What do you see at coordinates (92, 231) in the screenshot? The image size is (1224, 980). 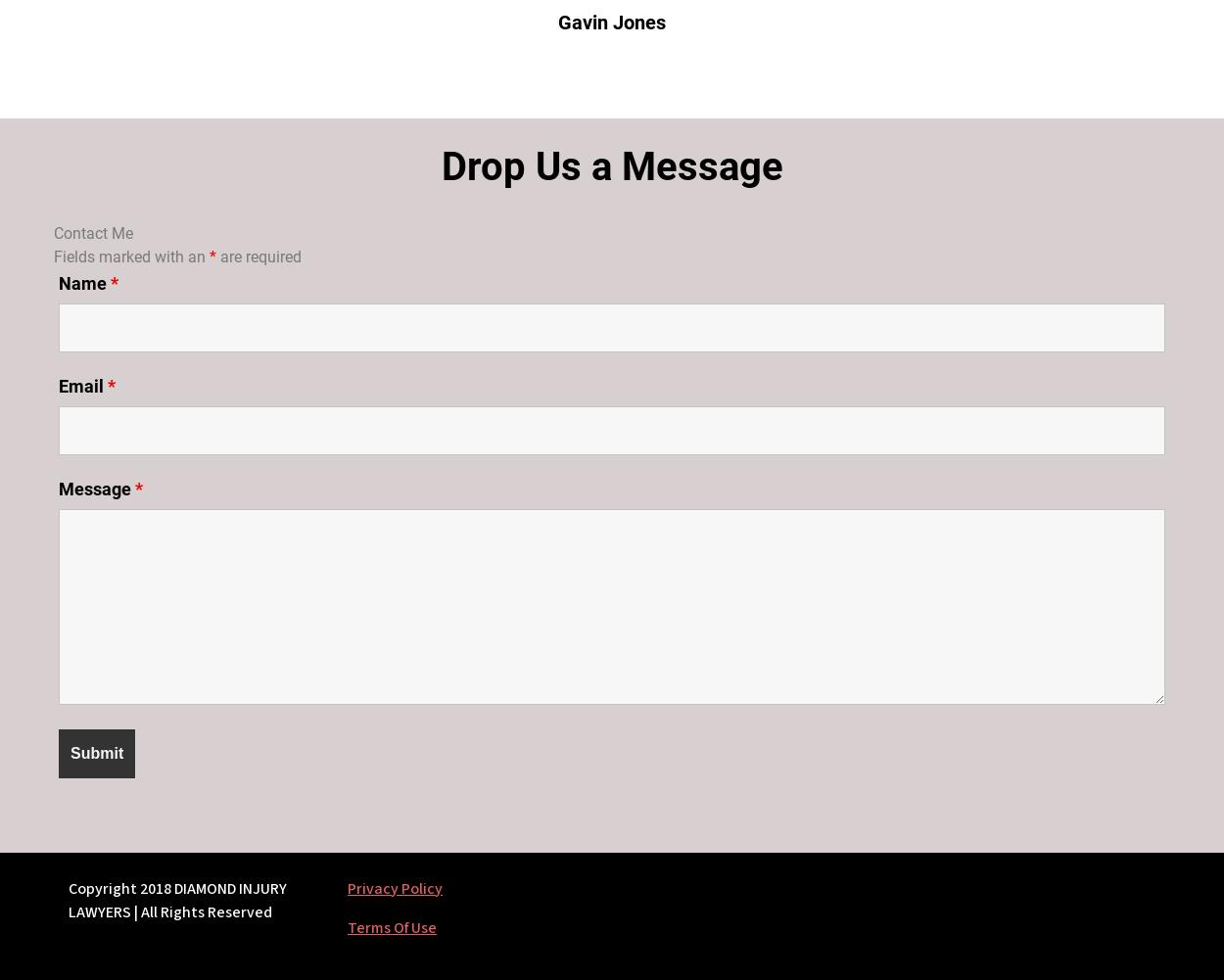 I see `'Contact Me'` at bounding box center [92, 231].